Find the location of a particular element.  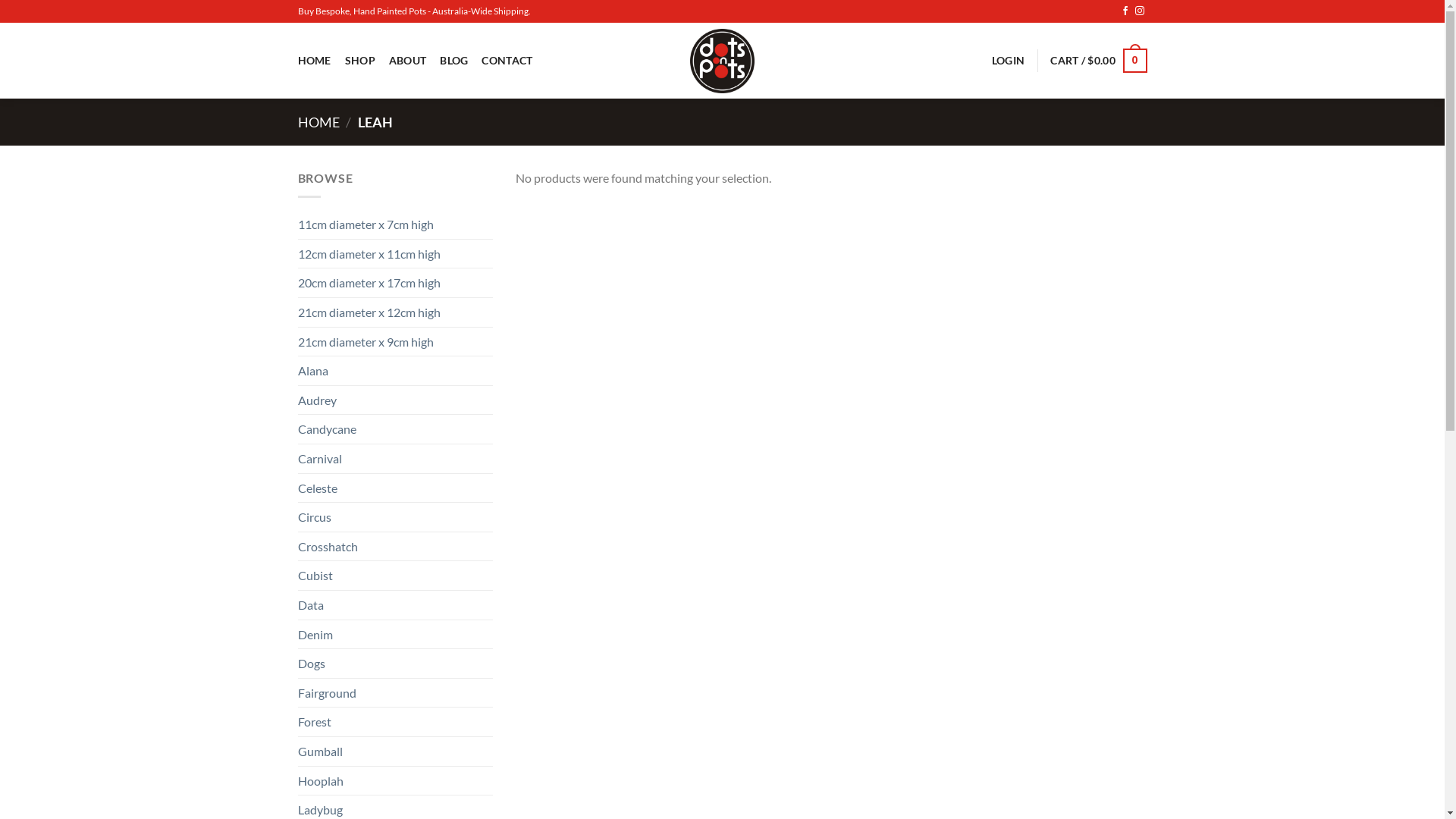

'21cm diameter x 12cm high' is located at coordinates (395, 312).